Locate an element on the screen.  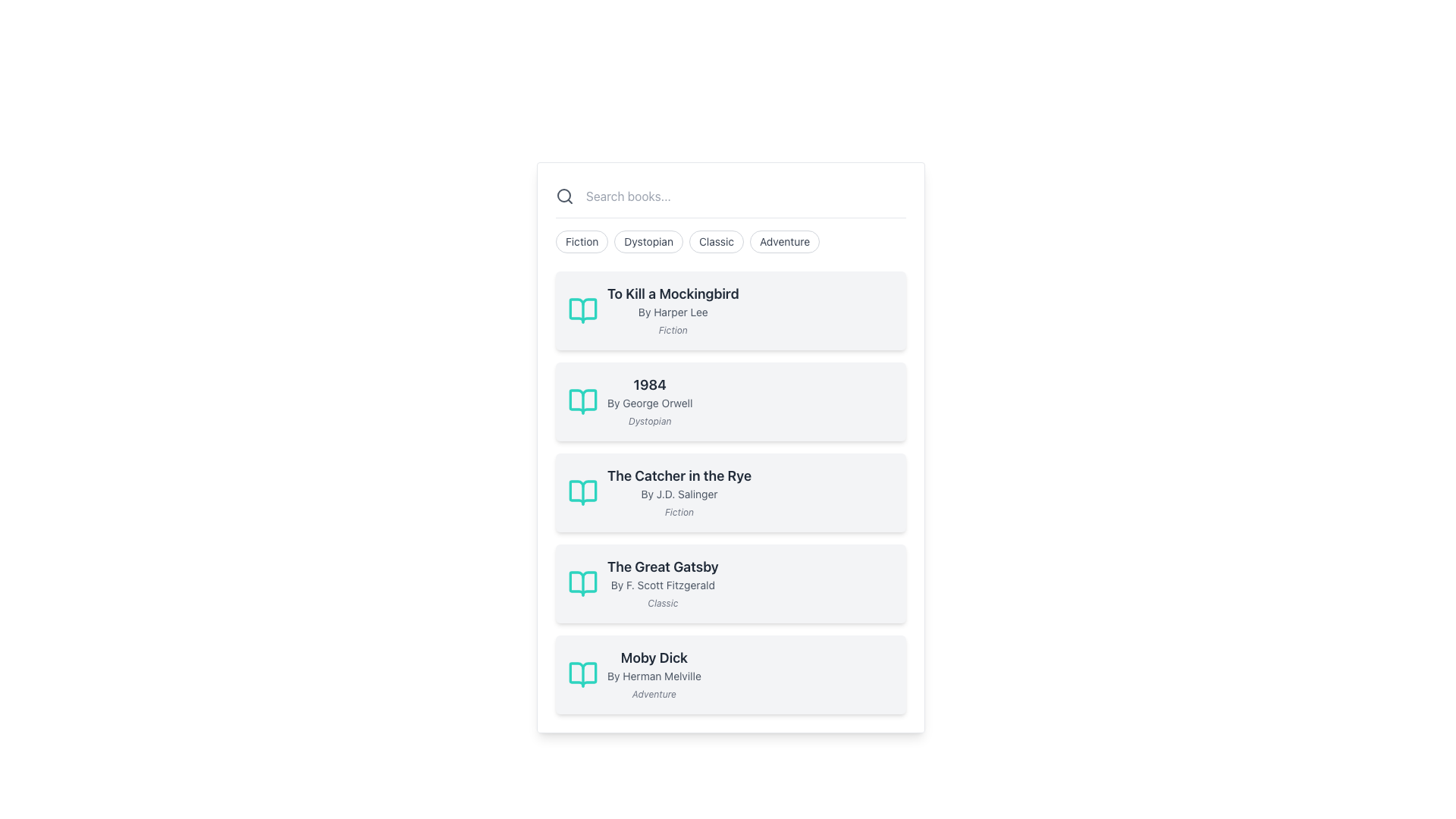
the pill-shaped button labeled 'Dystopian' with a white background and gray border to apply the filter is located at coordinates (648, 241).